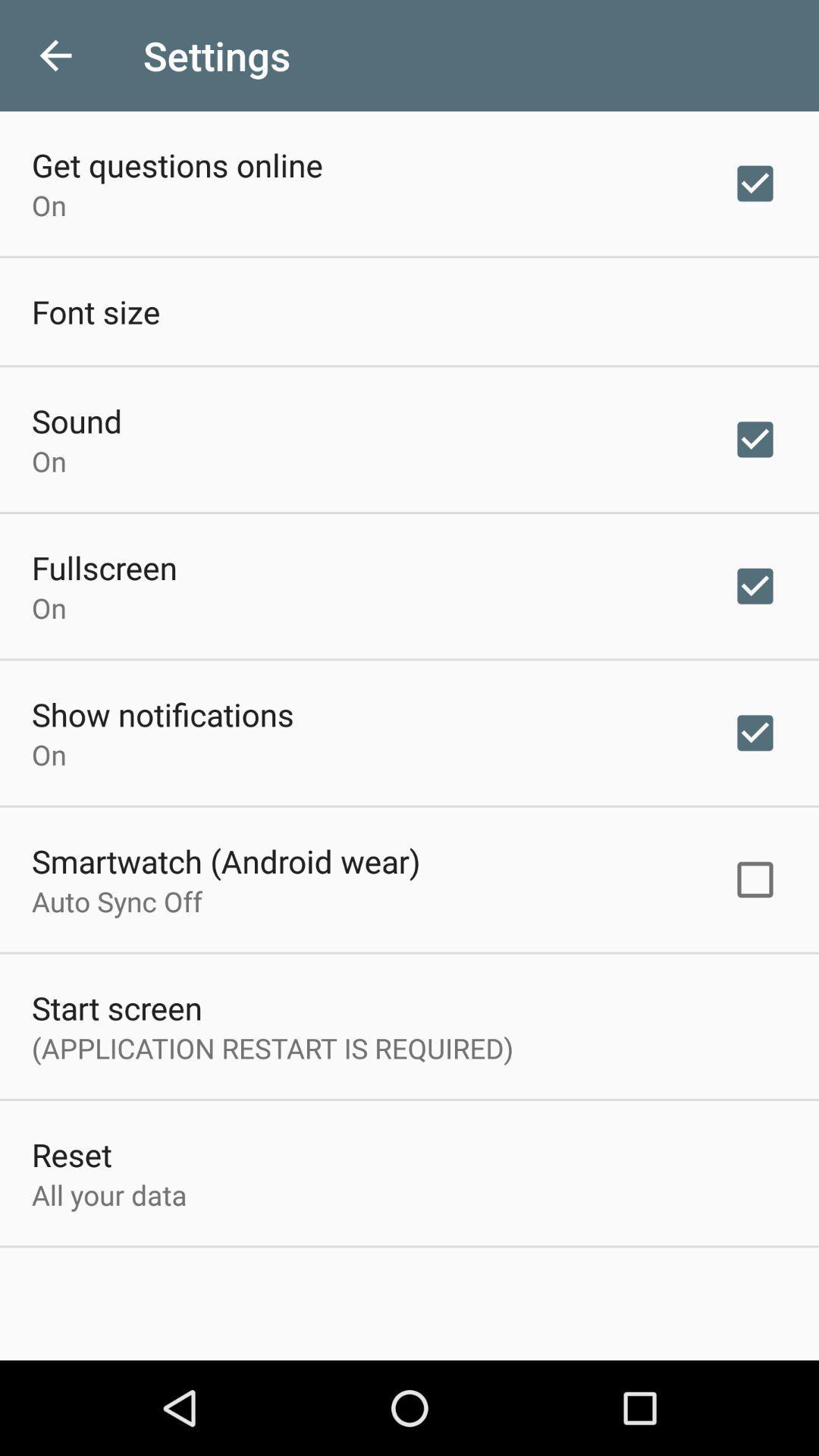  Describe the element at coordinates (226, 861) in the screenshot. I see `icon below the on` at that location.